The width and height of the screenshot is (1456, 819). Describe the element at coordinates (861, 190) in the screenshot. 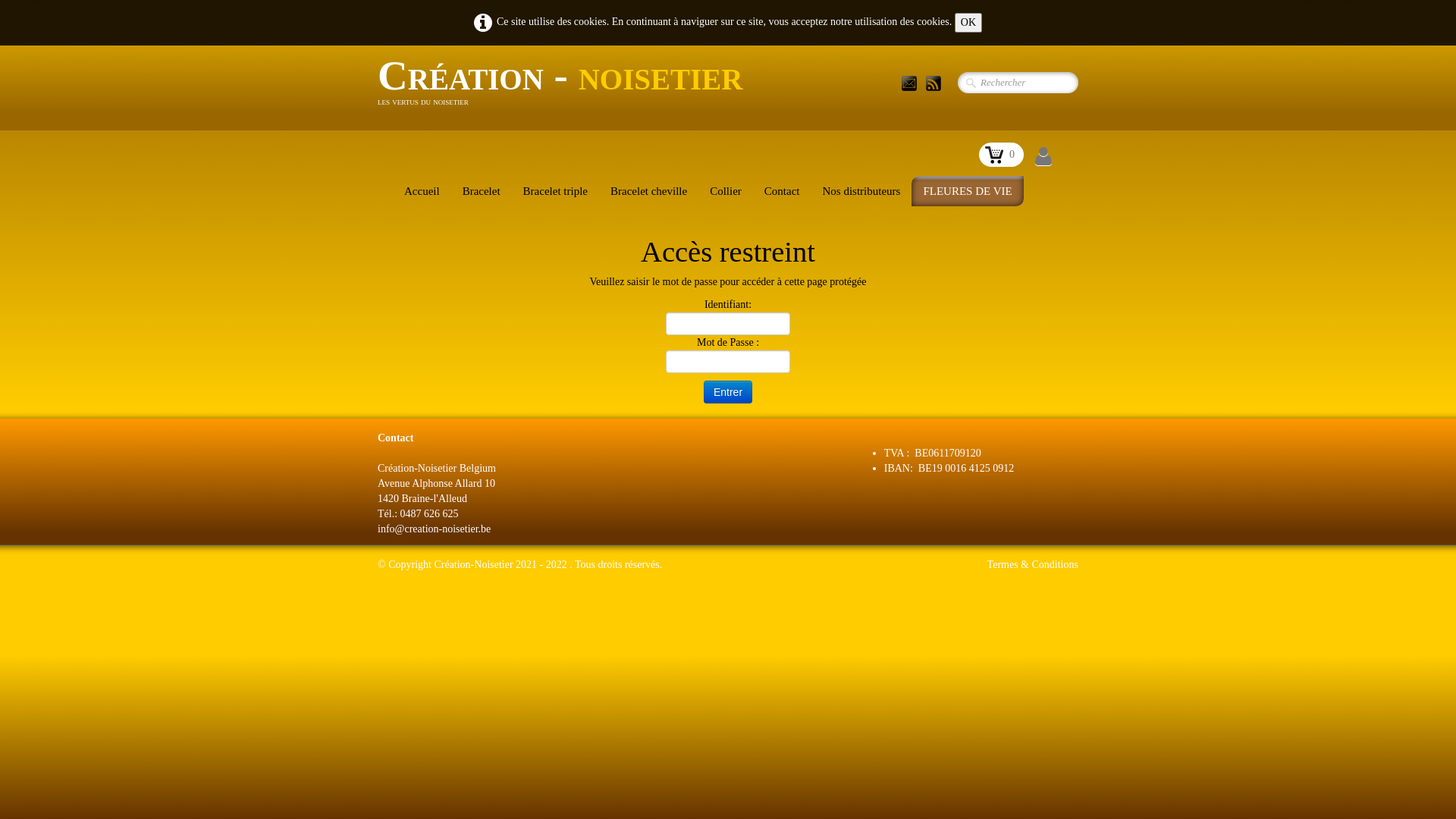

I see `'Nos distributeurs'` at that location.